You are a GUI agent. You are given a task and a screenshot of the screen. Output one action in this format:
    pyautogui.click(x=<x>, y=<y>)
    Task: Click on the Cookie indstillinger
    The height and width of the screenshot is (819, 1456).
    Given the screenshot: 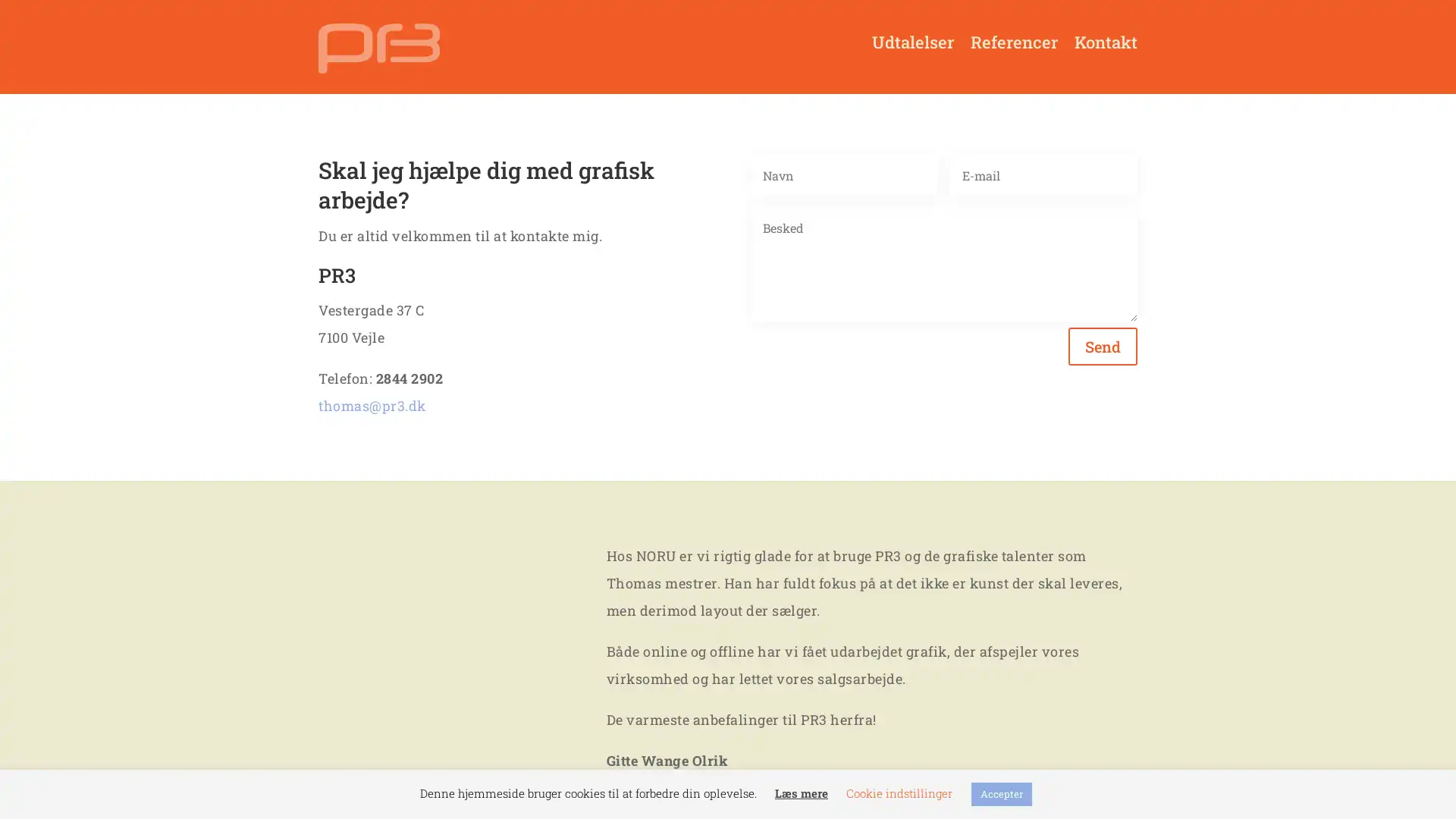 What is the action you would take?
    pyautogui.click(x=899, y=792)
    